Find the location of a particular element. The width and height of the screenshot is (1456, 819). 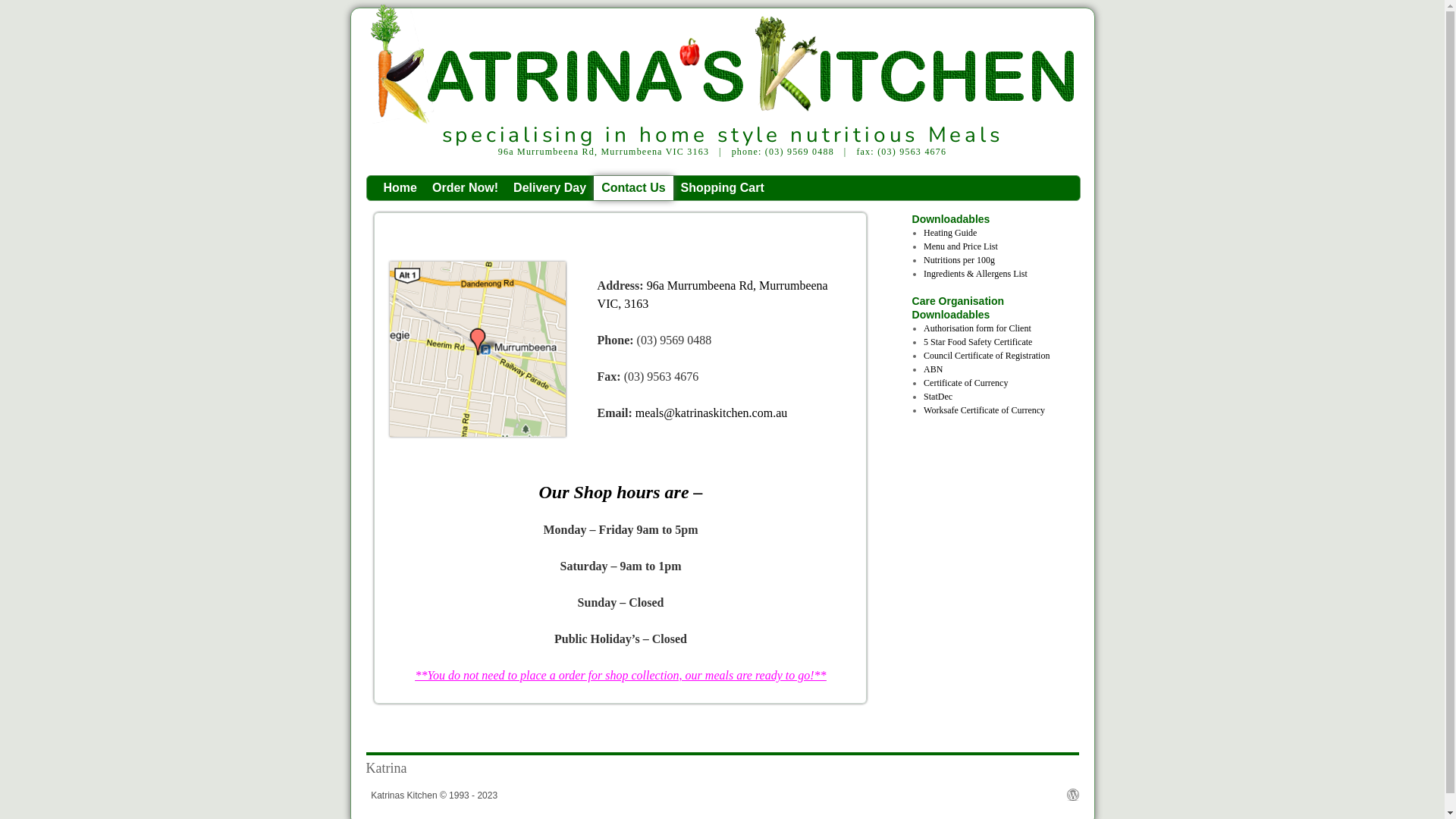

'96a Murrumbeena Rd, Murrumbeena VIC, 3163' is located at coordinates (712, 294).